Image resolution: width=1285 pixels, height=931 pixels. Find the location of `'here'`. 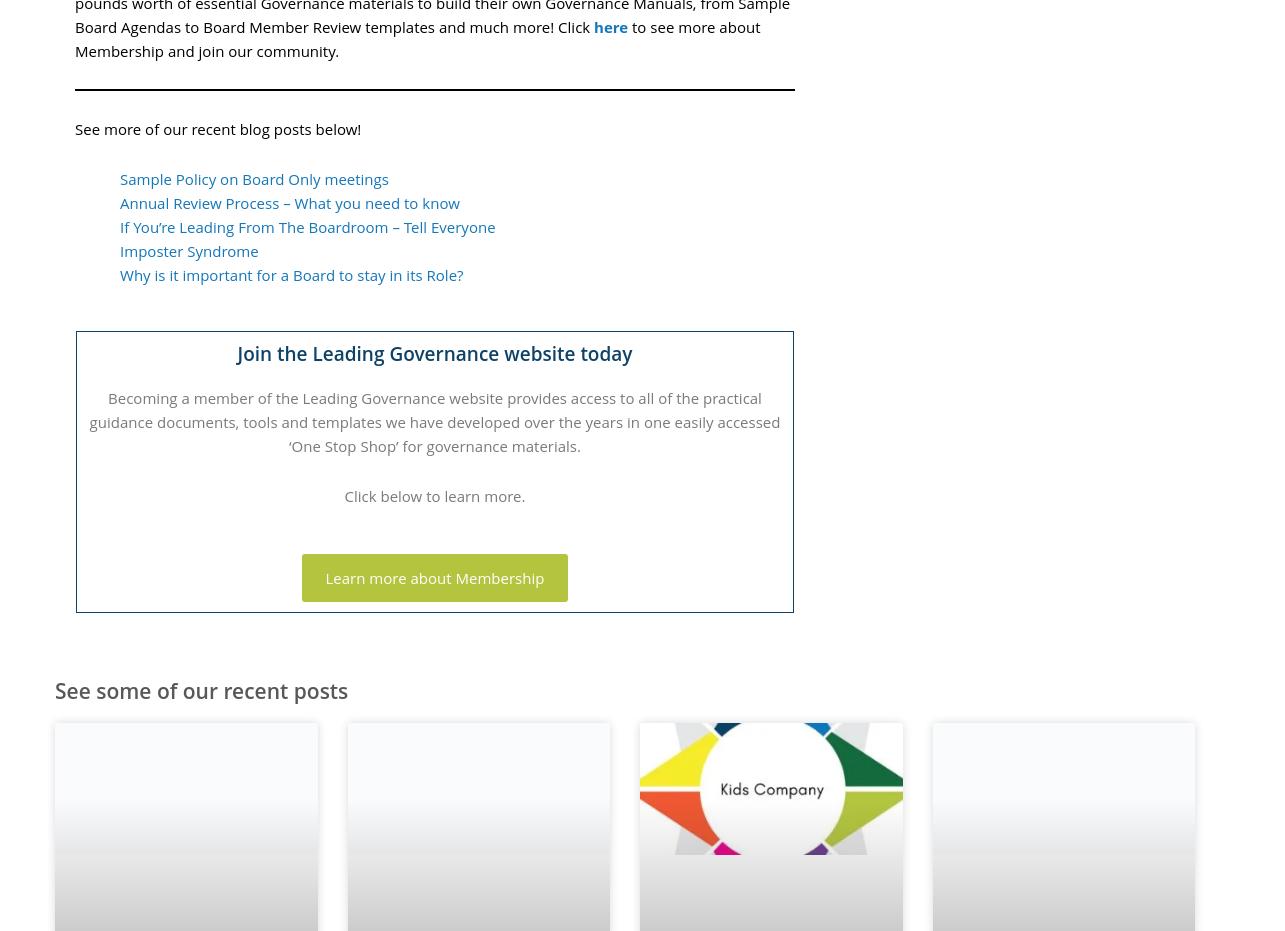

'here' is located at coordinates (594, 24).